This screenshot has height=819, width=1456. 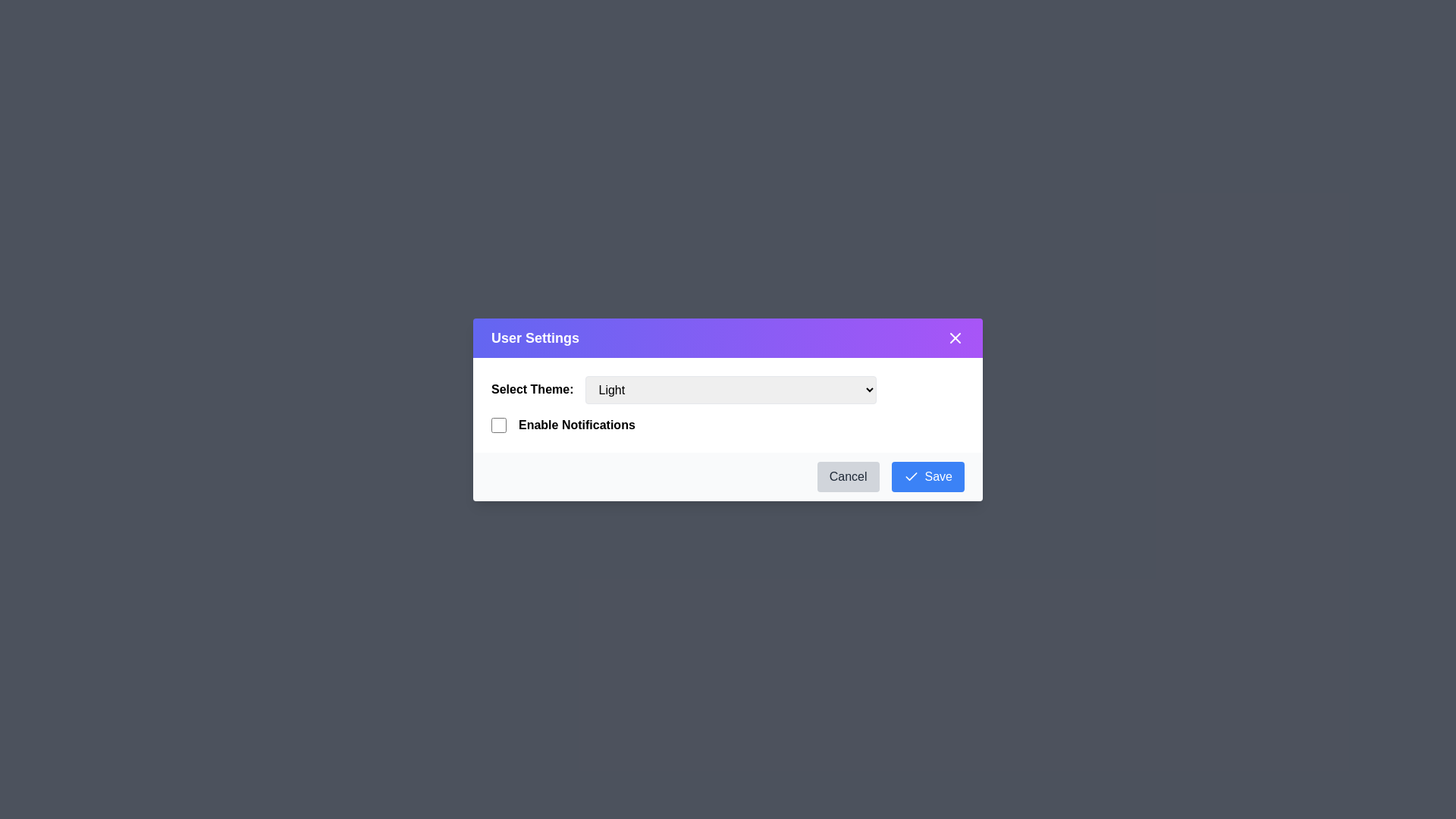 What do you see at coordinates (954, 337) in the screenshot?
I see `the close button to close the dialog` at bounding box center [954, 337].